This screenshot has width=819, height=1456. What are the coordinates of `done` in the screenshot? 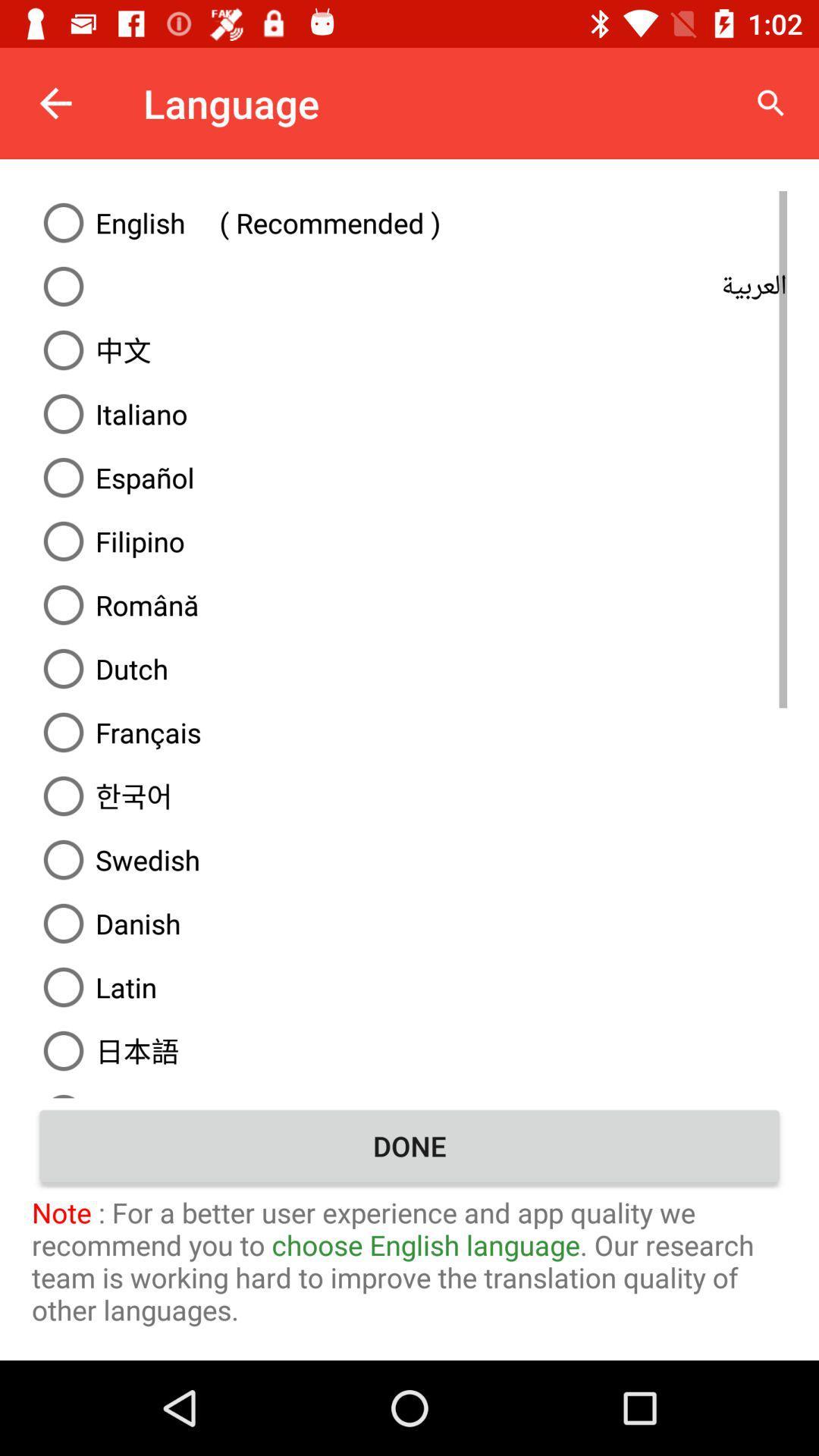 It's located at (409, 1146).